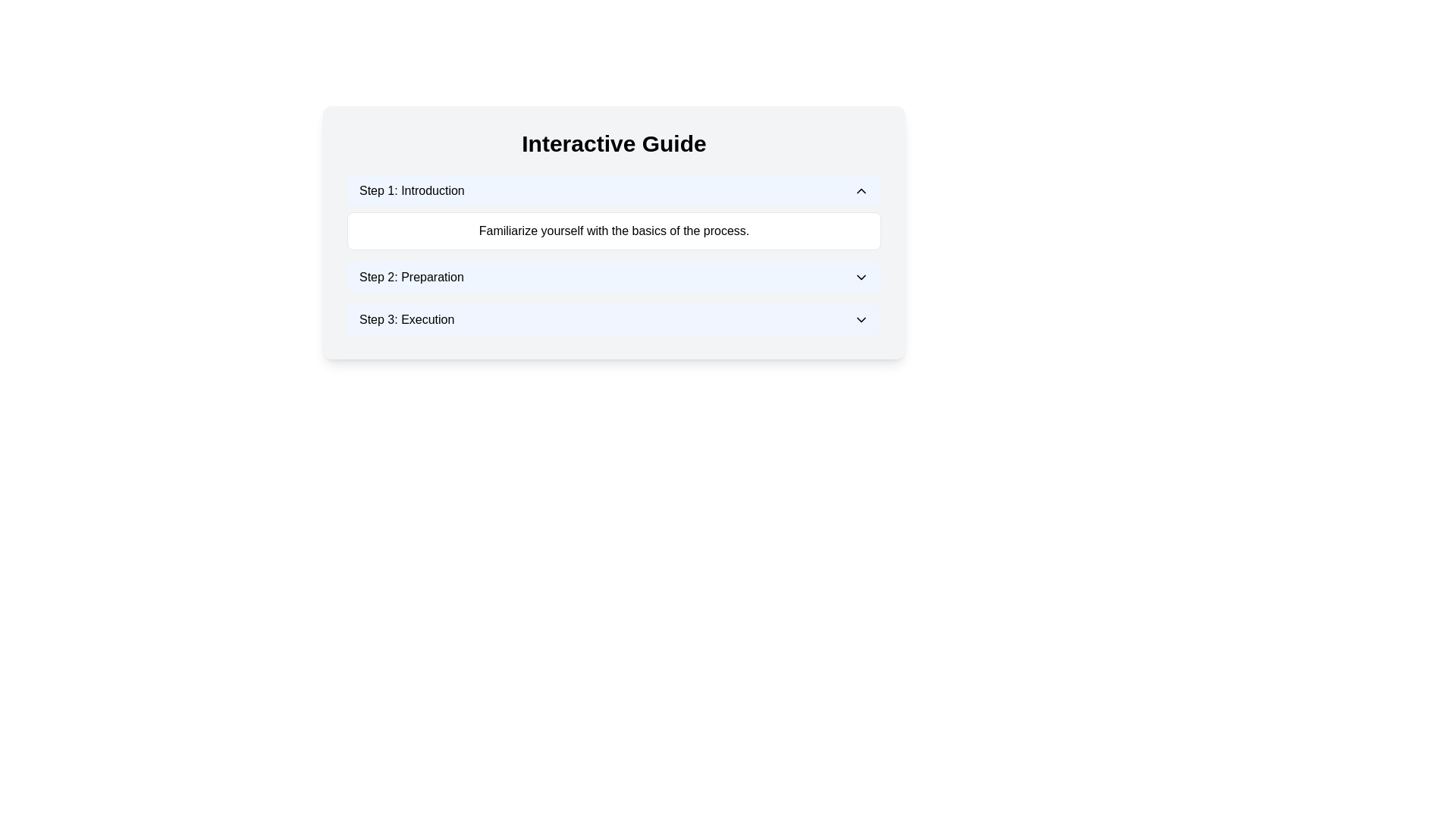 This screenshot has width=1456, height=819. I want to click on the text label displaying 'Step 3: Execution' which indicates progression in the interactive guide, so click(406, 318).